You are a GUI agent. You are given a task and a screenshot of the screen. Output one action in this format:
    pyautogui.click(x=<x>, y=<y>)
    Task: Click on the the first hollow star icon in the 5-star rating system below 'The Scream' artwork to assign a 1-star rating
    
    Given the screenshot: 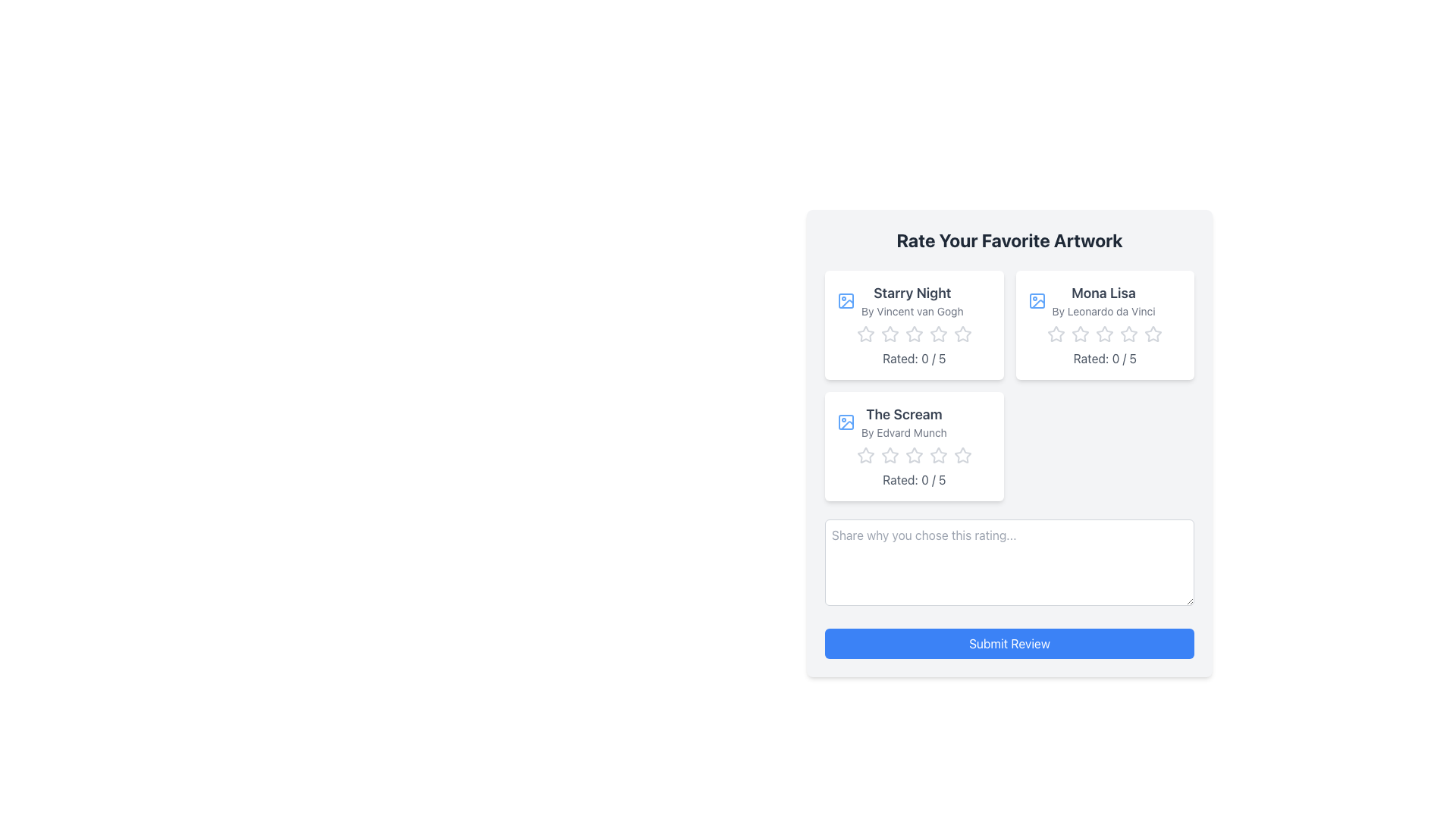 What is the action you would take?
    pyautogui.click(x=865, y=455)
    